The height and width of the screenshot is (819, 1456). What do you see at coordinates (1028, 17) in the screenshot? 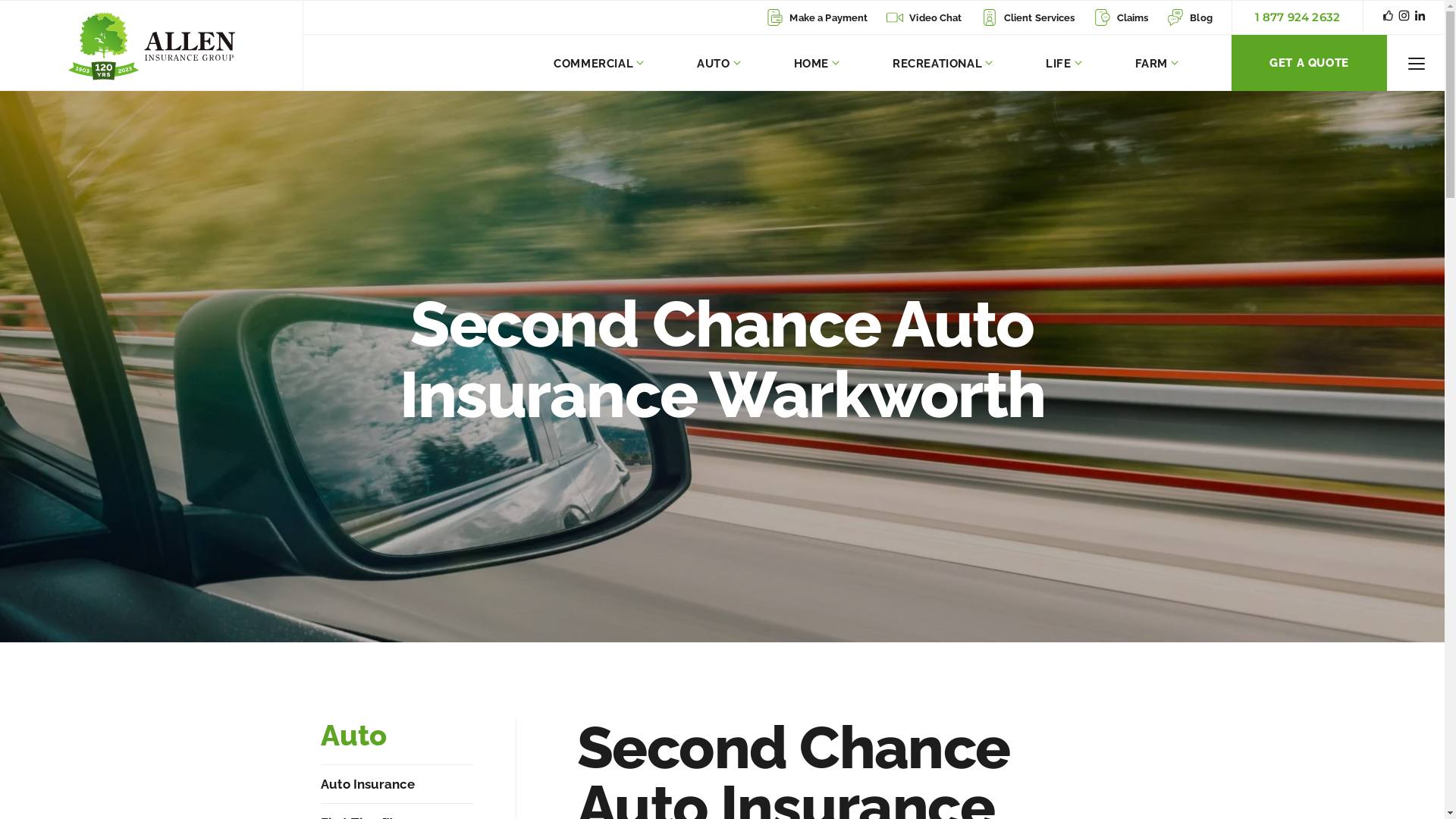
I see `'Client Services'` at bounding box center [1028, 17].